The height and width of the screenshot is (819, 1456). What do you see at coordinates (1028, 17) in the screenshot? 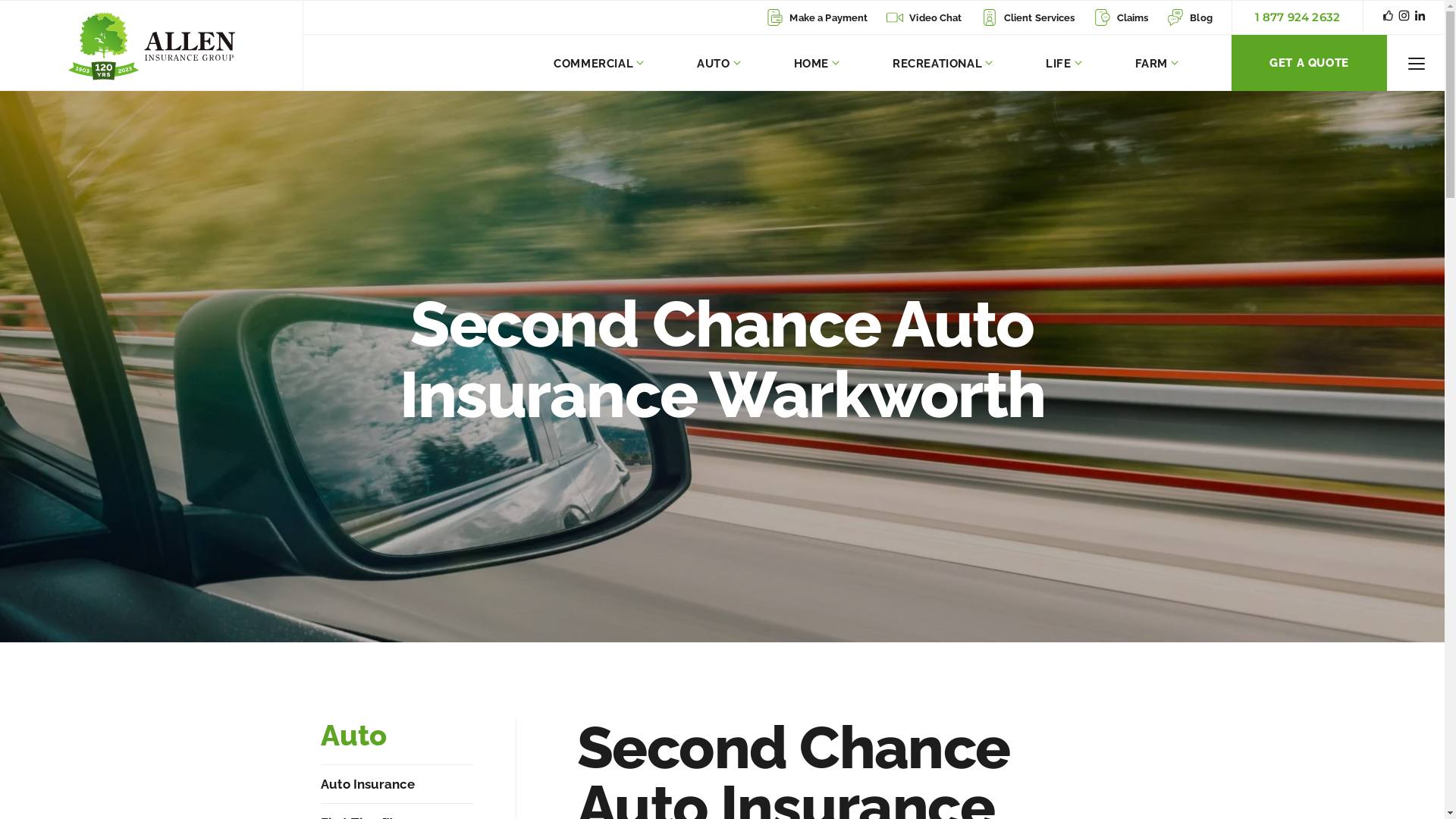
I see `'Client Services'` at bounding box center [1028, 17].